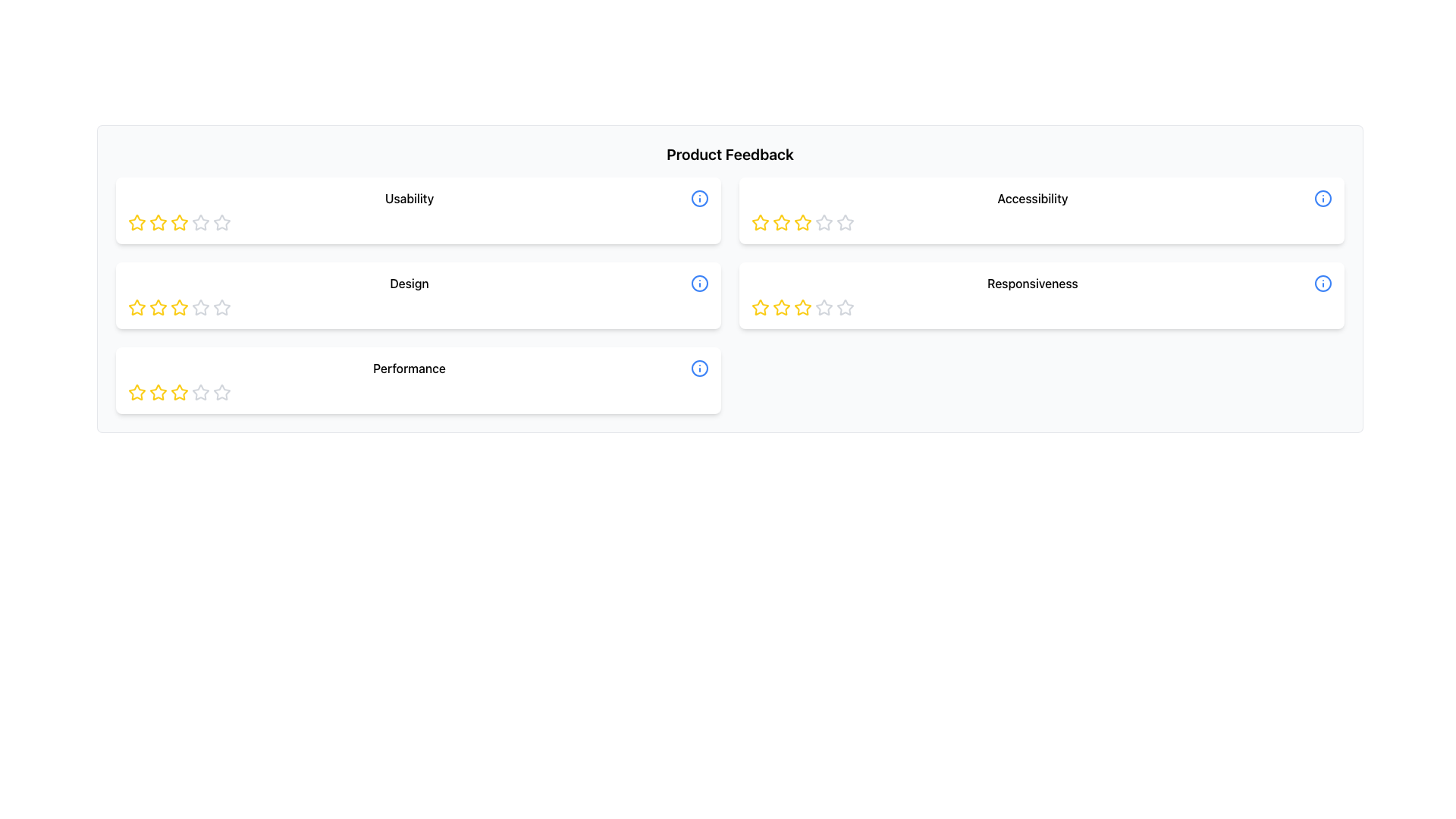 Image resolution: width=1456 pixels, height=819 pixels. I want to click on the third star-shaped rating icon in the 'Usability' rating section, so click(158, 222).